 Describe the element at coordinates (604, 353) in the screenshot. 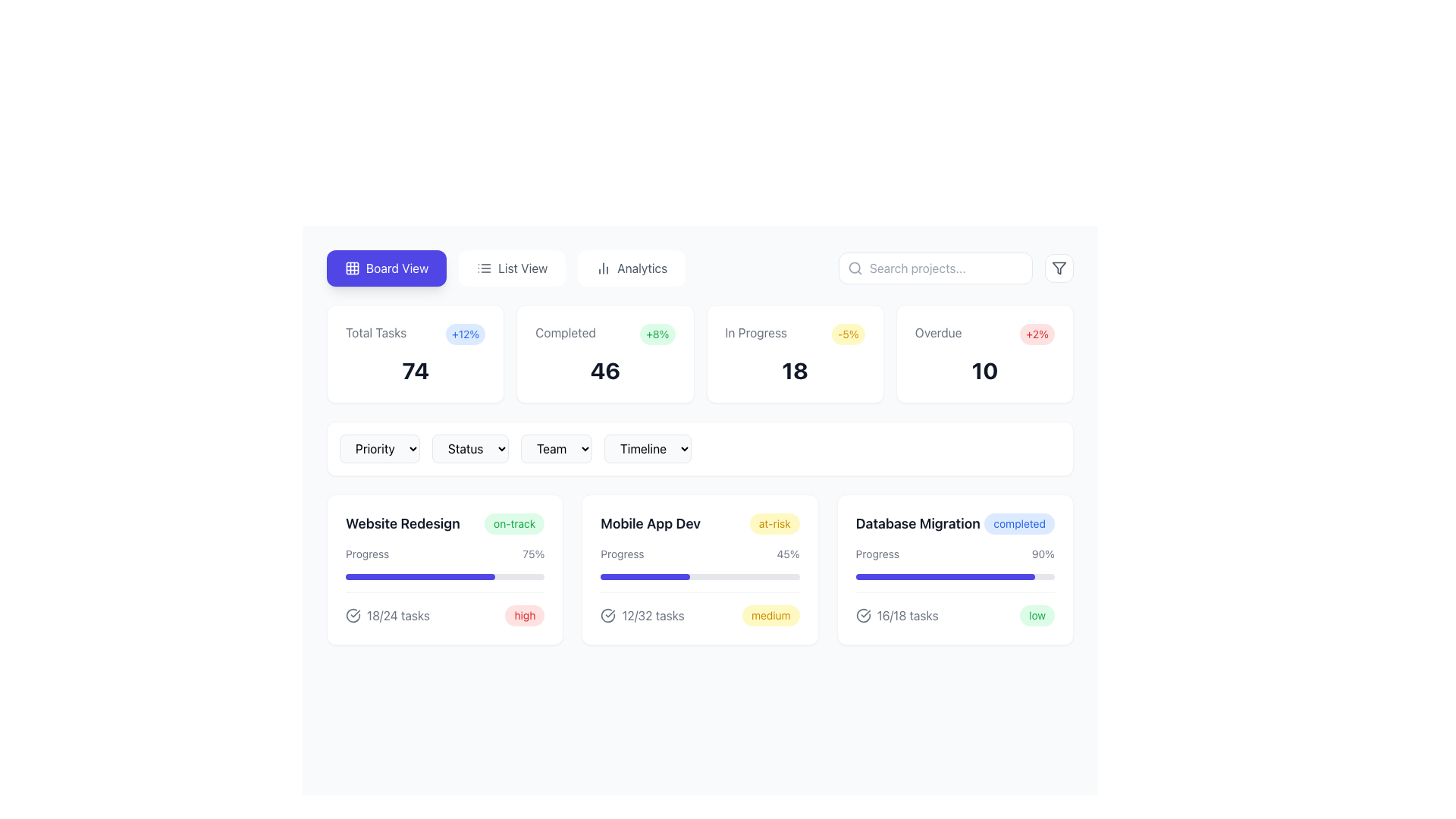

I see `the content card displaying 'Completed' with a green badge showing '+8%', located in the second column of a grid of four cards` at that location.